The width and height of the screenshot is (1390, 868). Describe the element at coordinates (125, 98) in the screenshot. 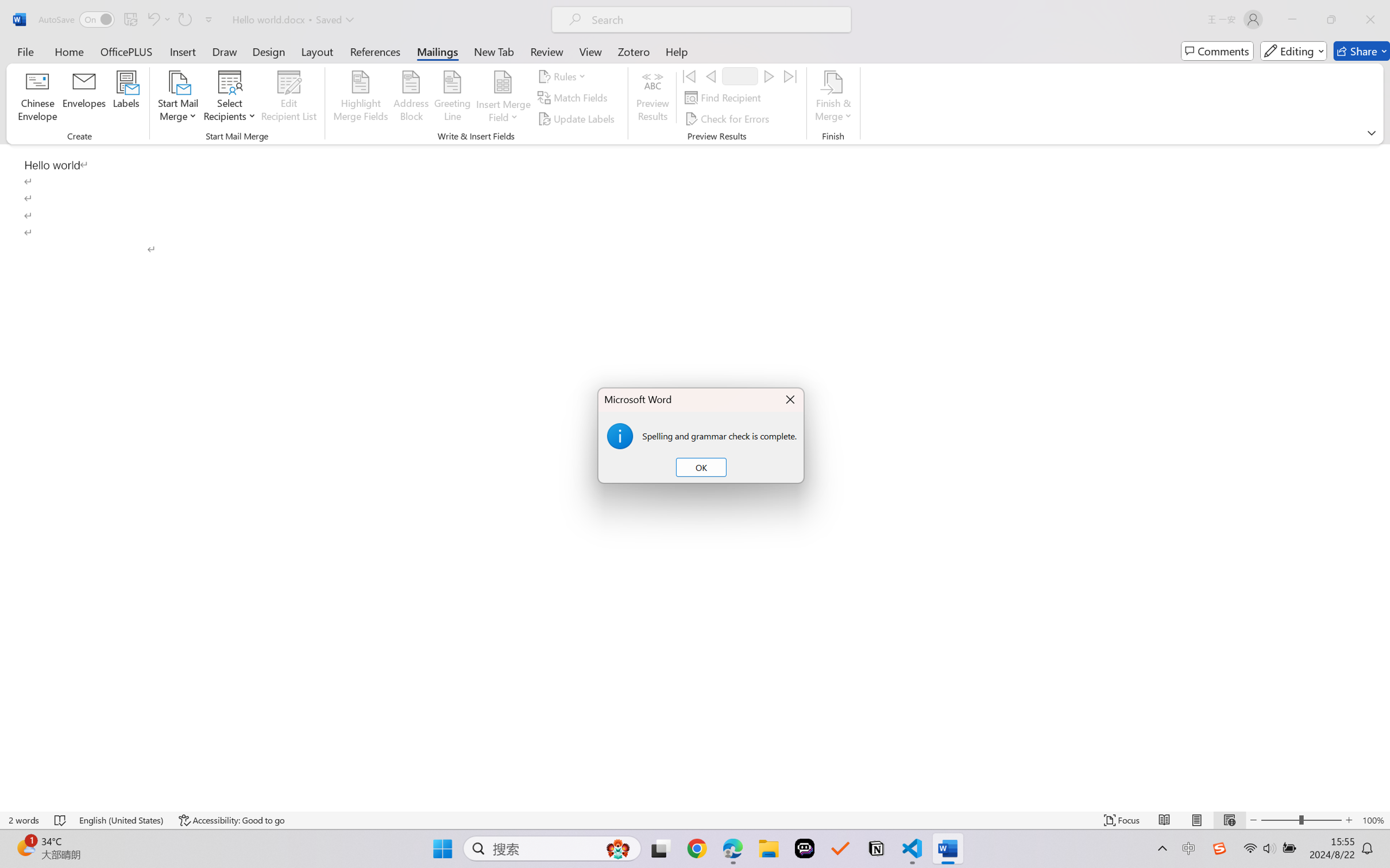

I see `'Labels...'` at that location.